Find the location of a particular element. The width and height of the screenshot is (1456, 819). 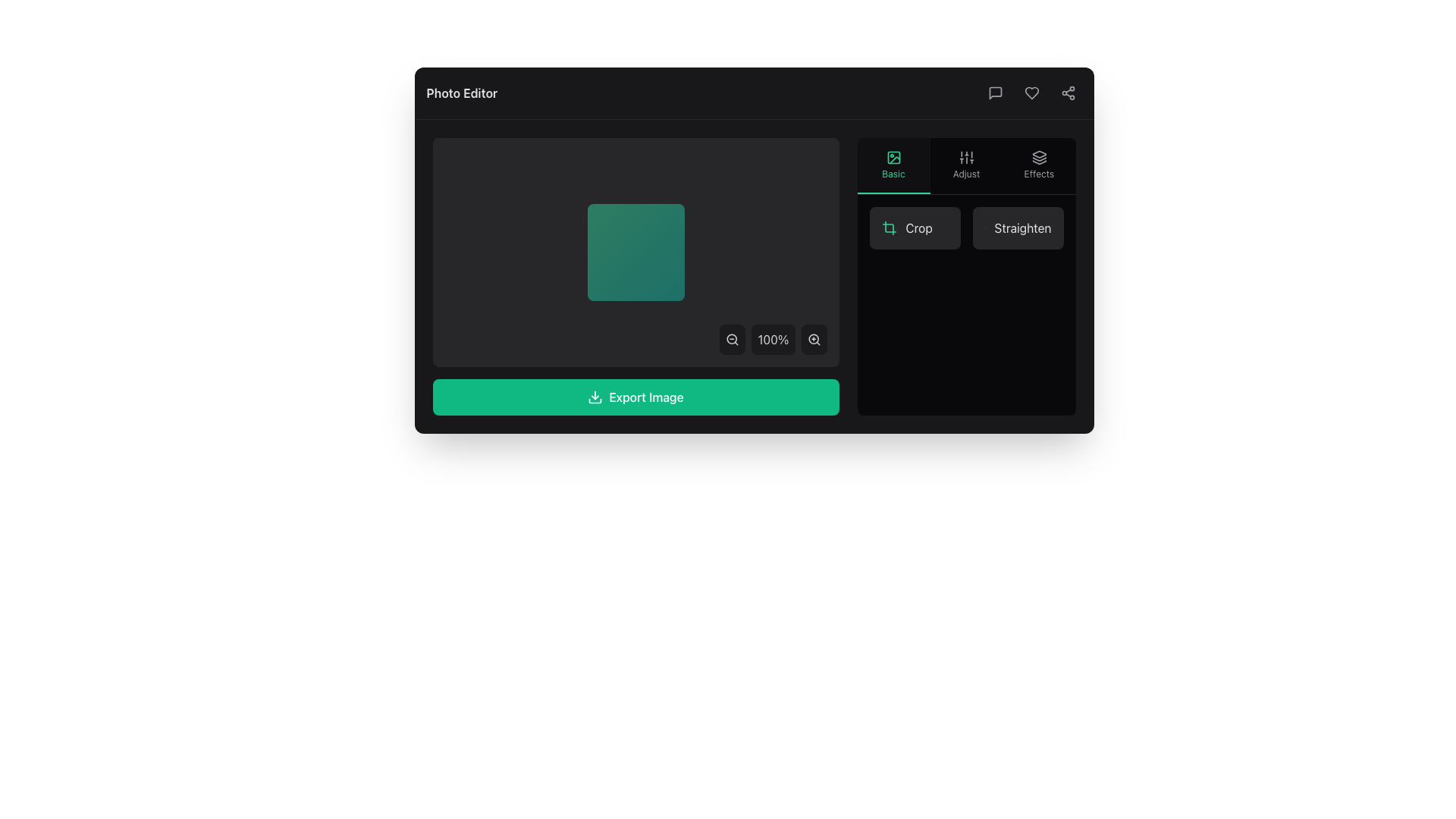

the informational label displaying '100%' in white, located at the bottom-right corner of its section between zoom buttons is located at coordinates (773, 338).